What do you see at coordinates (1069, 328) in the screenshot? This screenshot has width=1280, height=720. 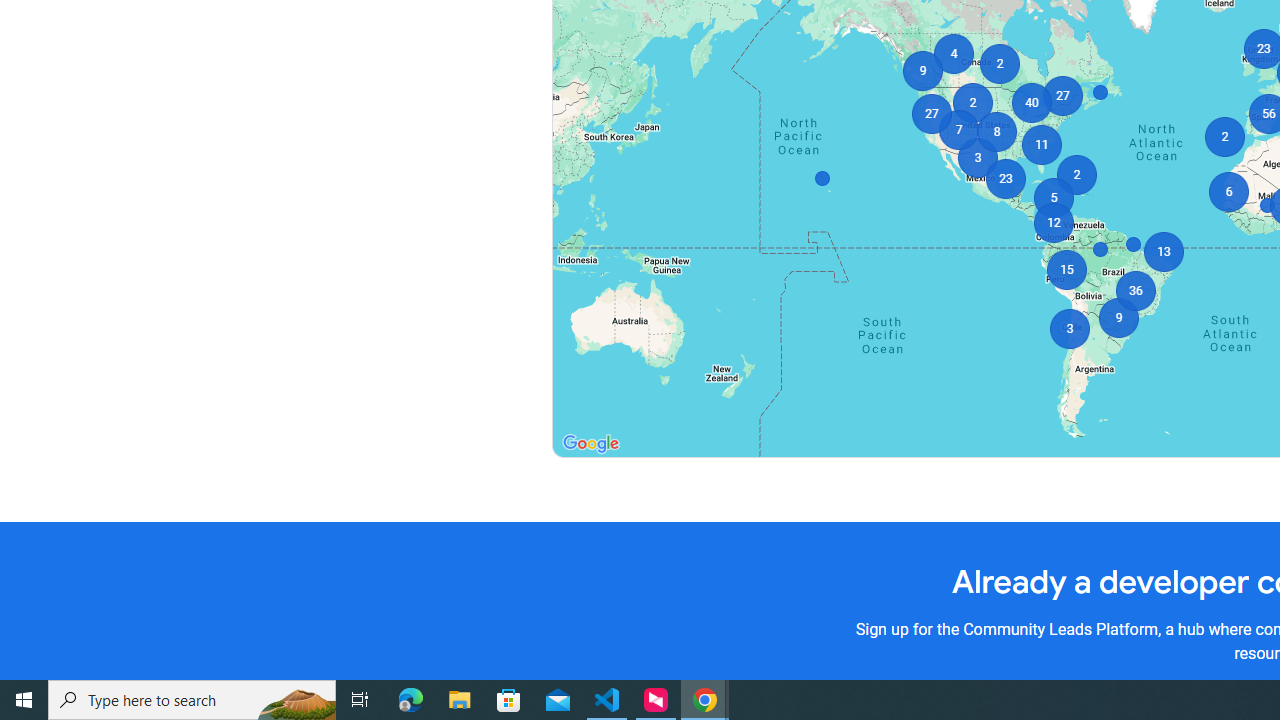 I see `'3'` at bounding box center [1069, 328].